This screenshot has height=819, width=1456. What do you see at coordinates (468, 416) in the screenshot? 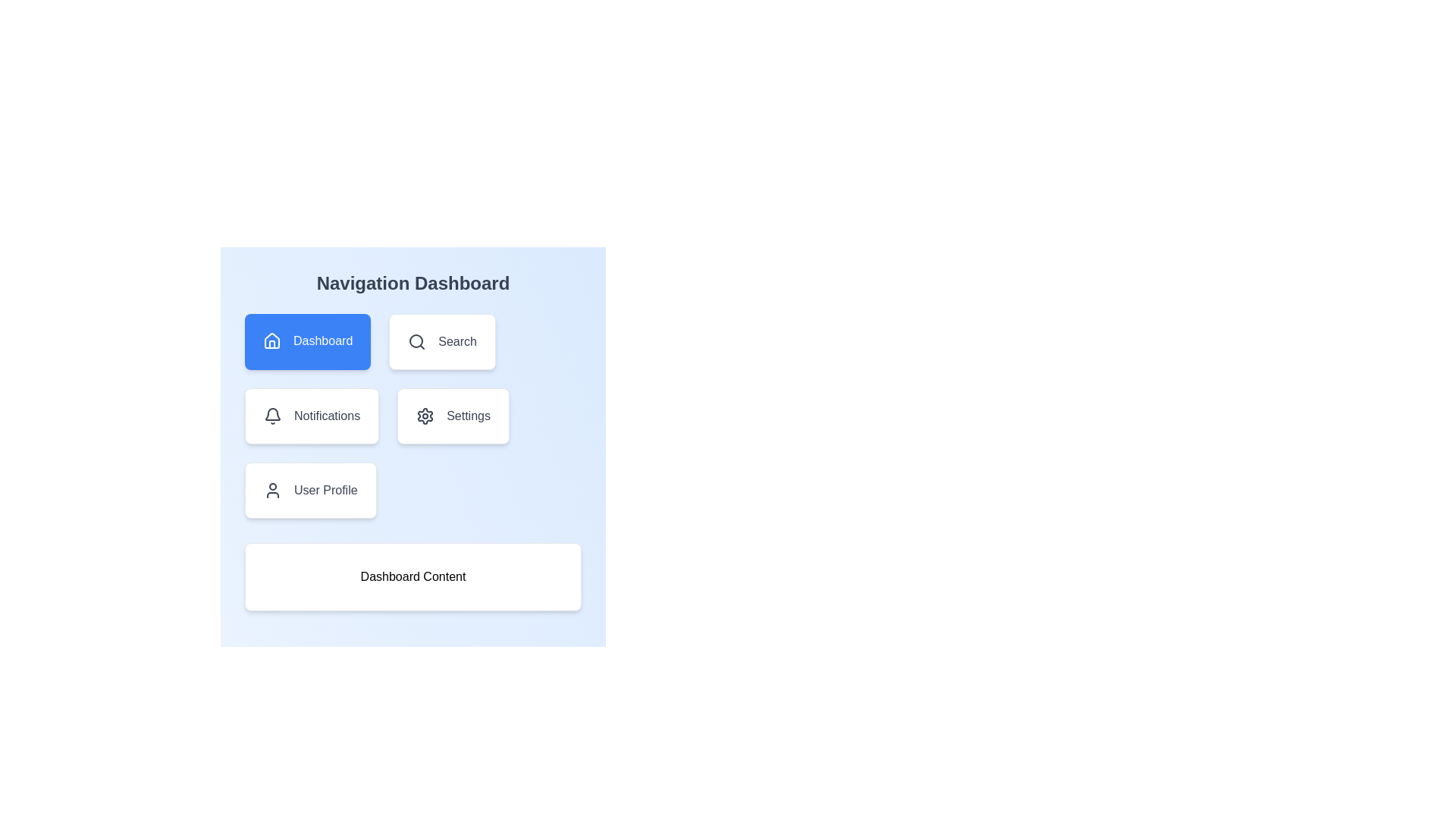
I see `the text label that is located in the bottom-right section of the main navigation area, which likely provides access to settings-related functionality` at bounding box center [468, 416].